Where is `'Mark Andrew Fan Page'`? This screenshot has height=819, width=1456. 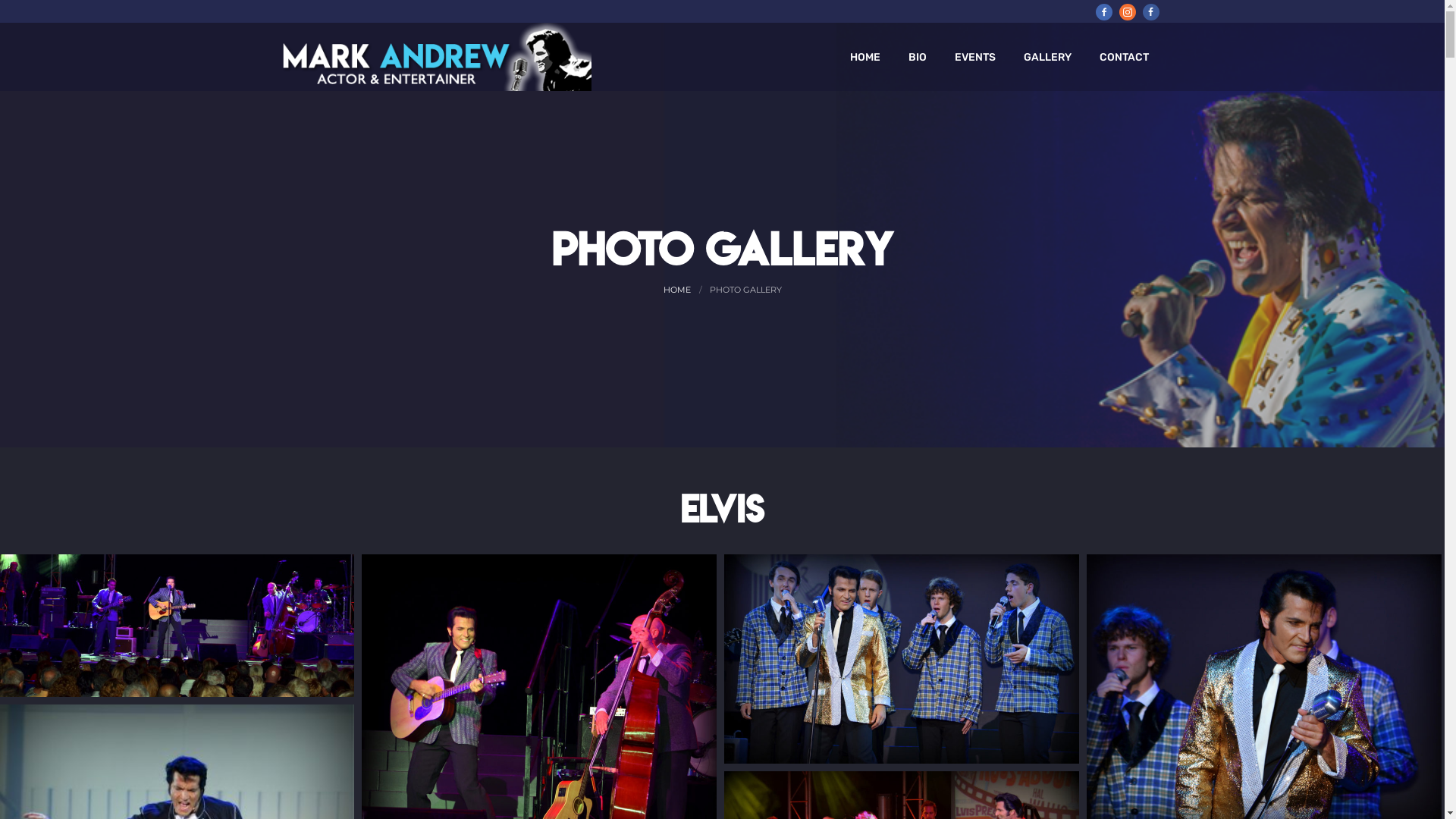 'Mark Andrew Fan Page' is located at coordinates (1150, 11).